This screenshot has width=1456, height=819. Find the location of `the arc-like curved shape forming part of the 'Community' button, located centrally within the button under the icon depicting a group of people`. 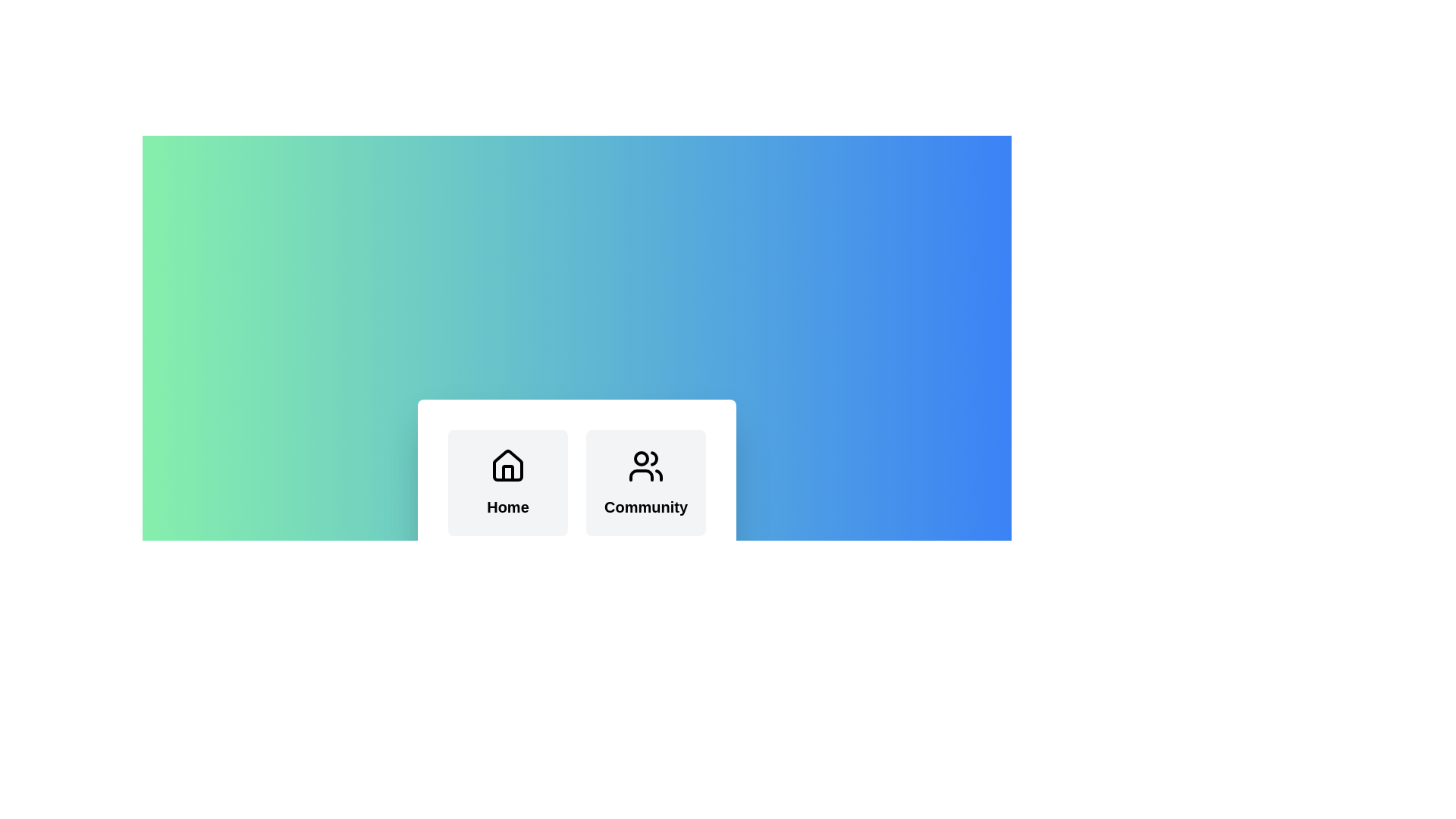

the arc-like curved shape forming part of the 'Community' button, located centrally within the button under the icon depicting a group of people is located at coordinates (641, 475).